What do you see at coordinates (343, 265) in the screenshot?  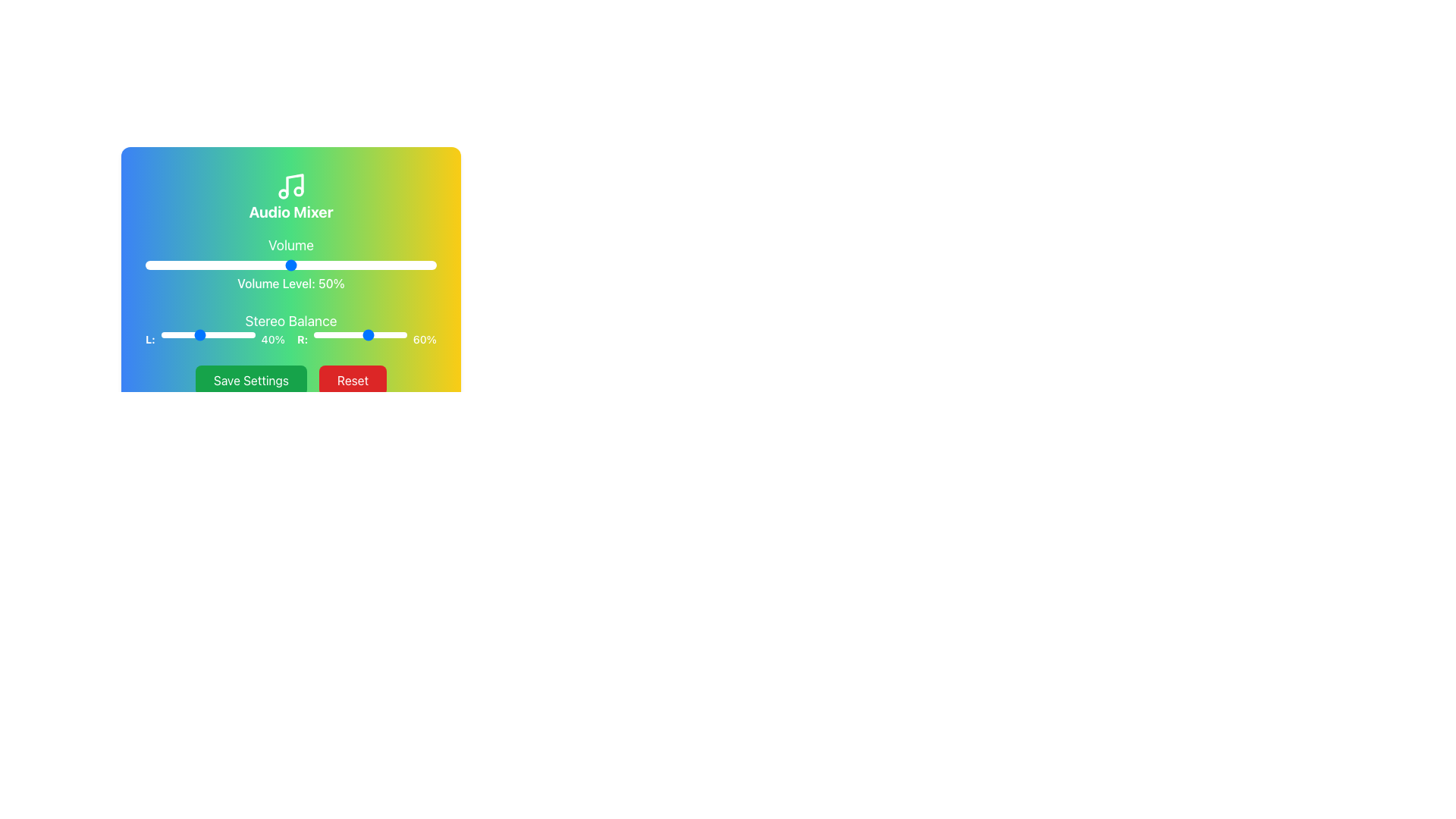 I see `the volume` at bounding box center [343, 265].